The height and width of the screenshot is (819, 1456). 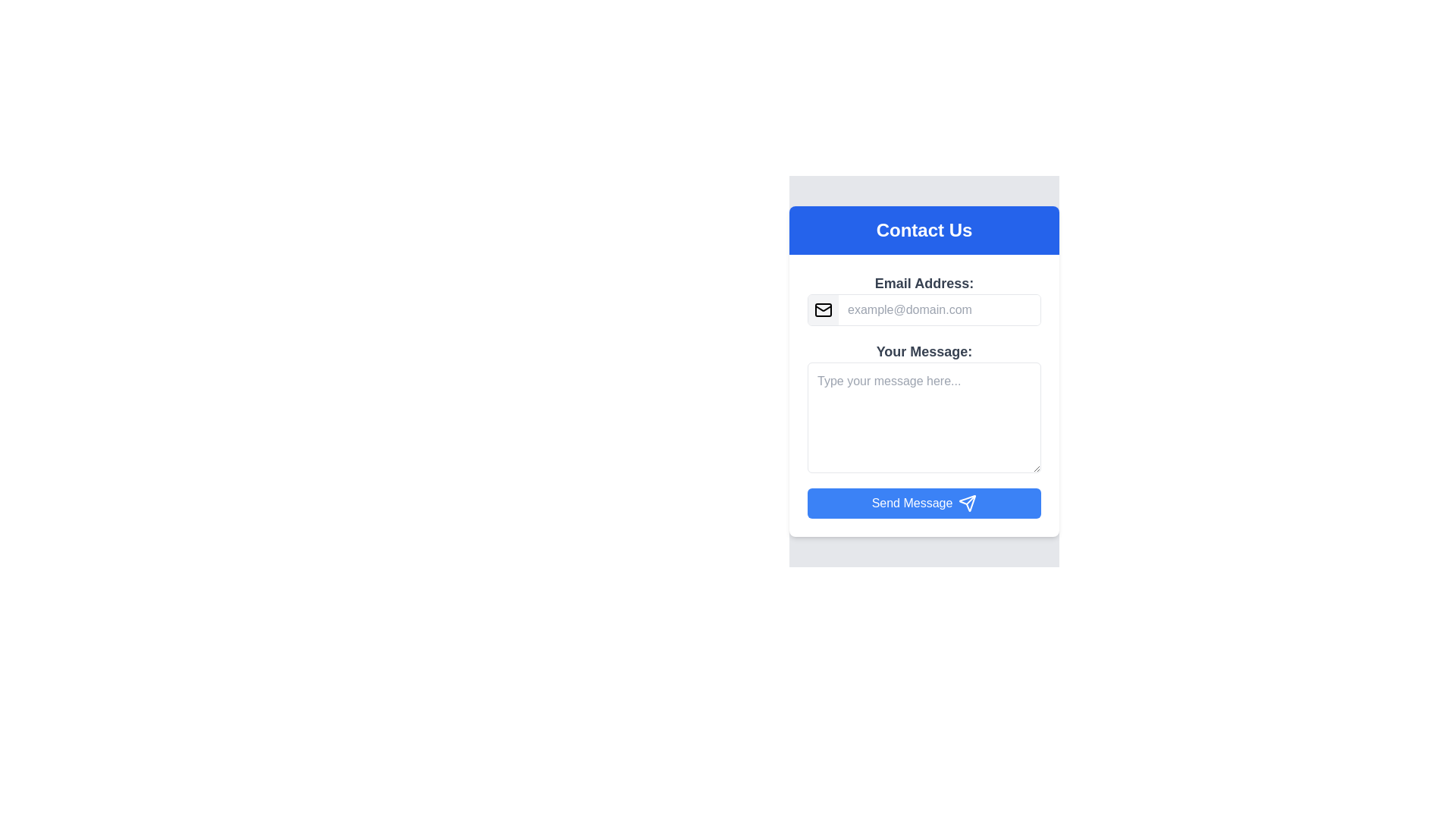 What do you see at coordinates (924, 231) in the screenshot?
I see `the text label that serves as the title or header of the form, which is positioned under a gray header section and contained within a blue background` at bounding box center [924, 231].